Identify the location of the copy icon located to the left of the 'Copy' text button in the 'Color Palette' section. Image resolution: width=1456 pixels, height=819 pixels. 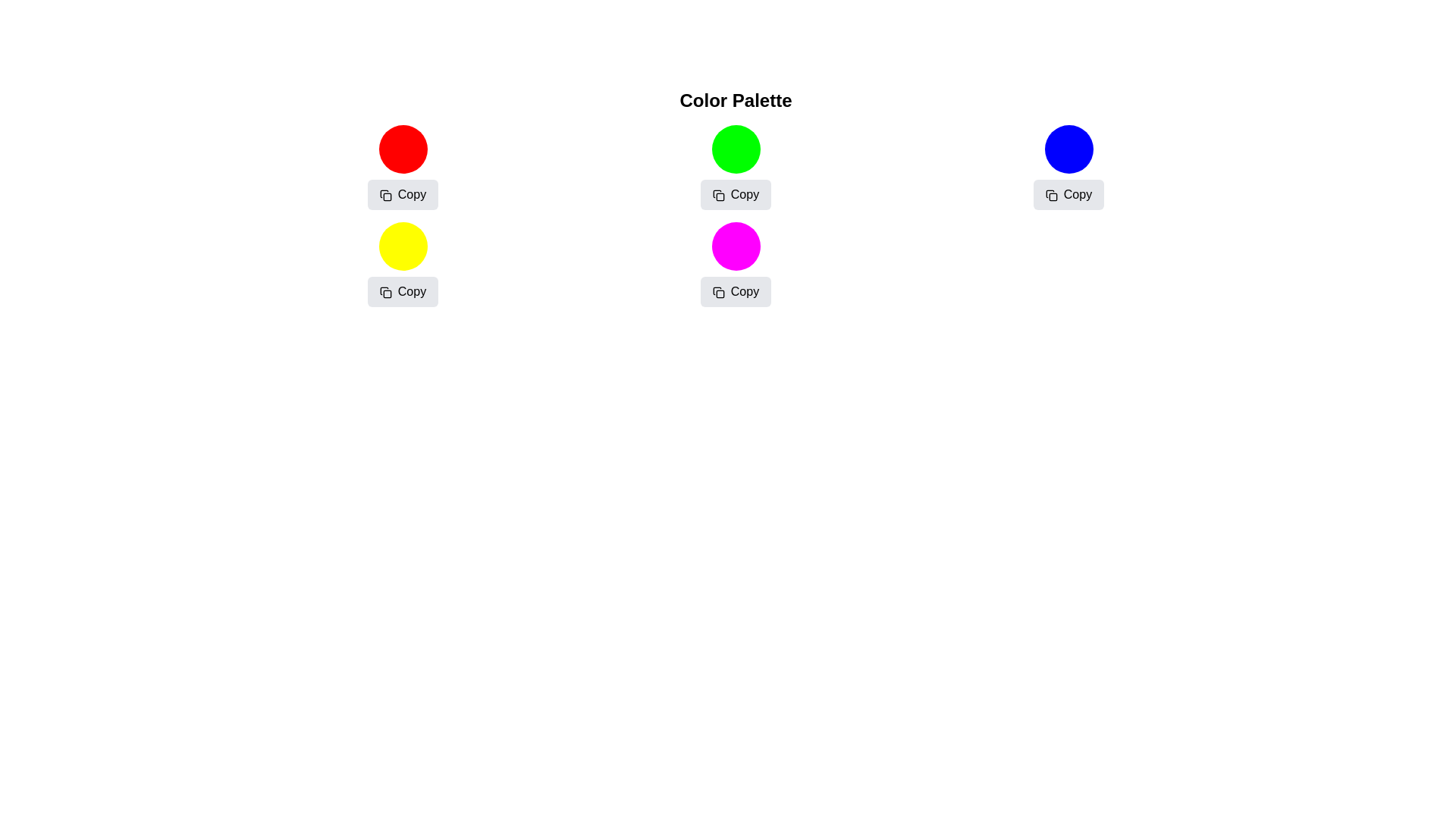
(717, 292).